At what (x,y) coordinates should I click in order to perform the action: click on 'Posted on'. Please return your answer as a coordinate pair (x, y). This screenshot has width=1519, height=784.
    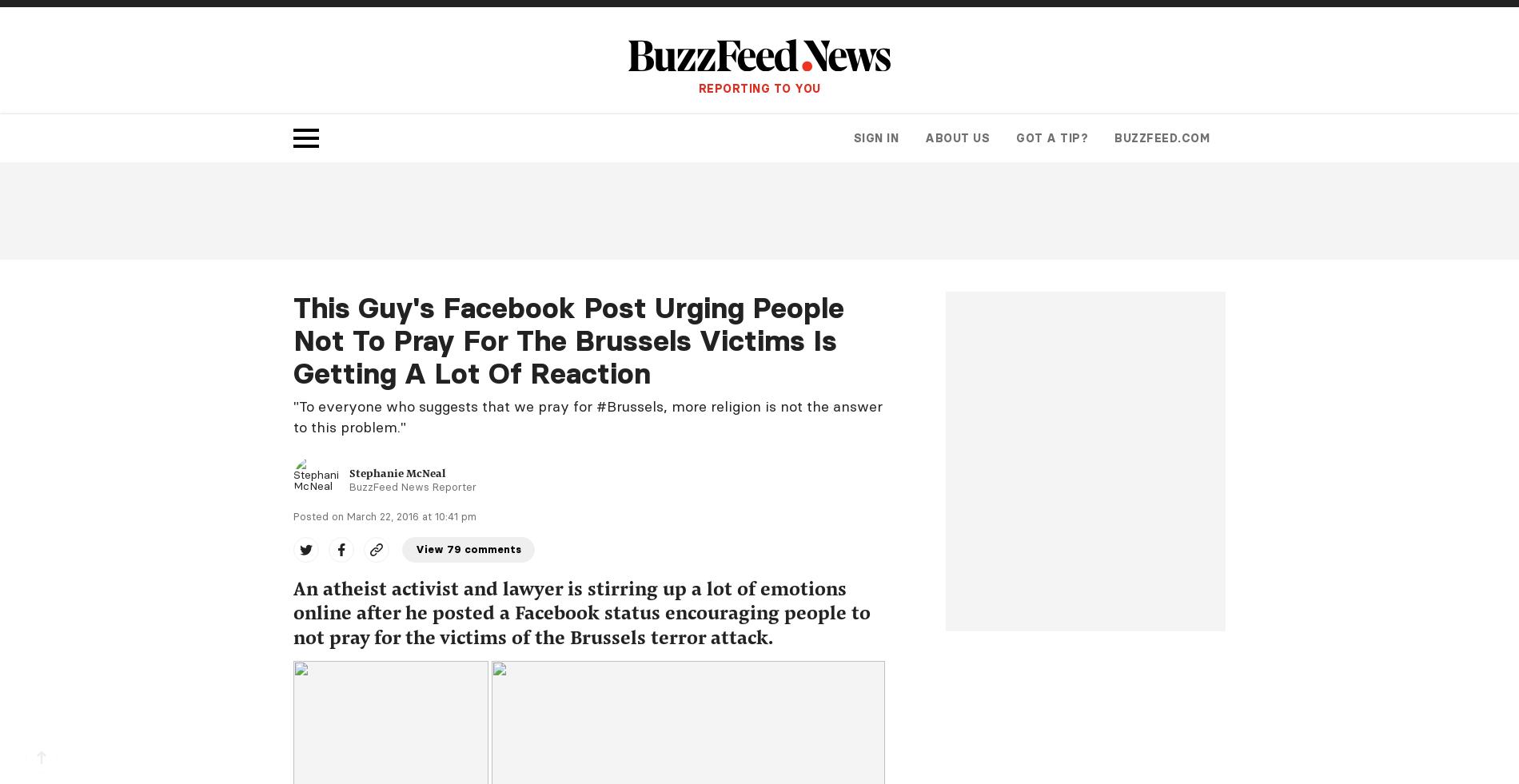
    Looking at the image, I should click on (317, 515).